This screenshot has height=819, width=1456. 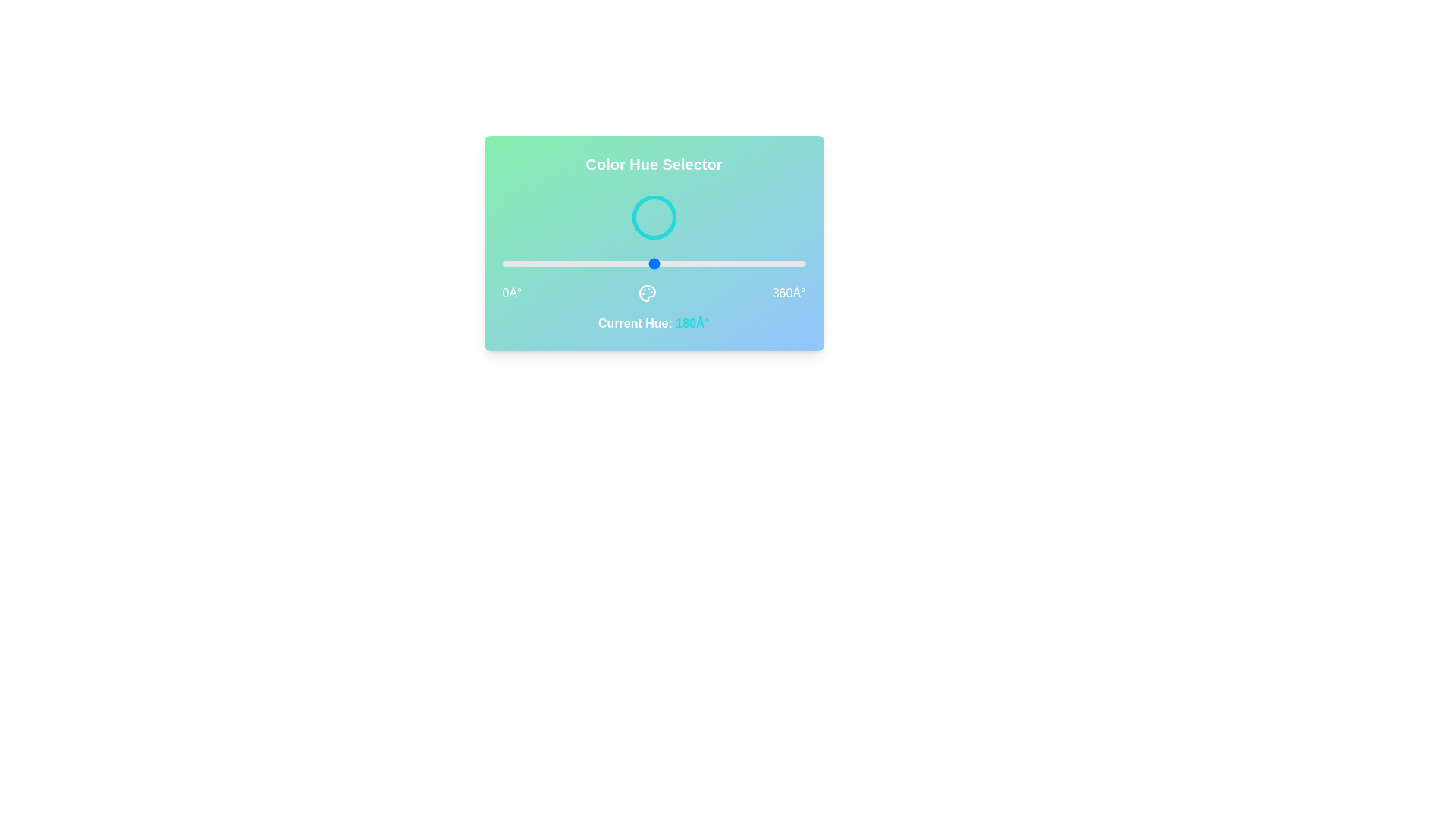 I want to click on the hue to 113° by dragging the slider, so click(x=596, y=262).